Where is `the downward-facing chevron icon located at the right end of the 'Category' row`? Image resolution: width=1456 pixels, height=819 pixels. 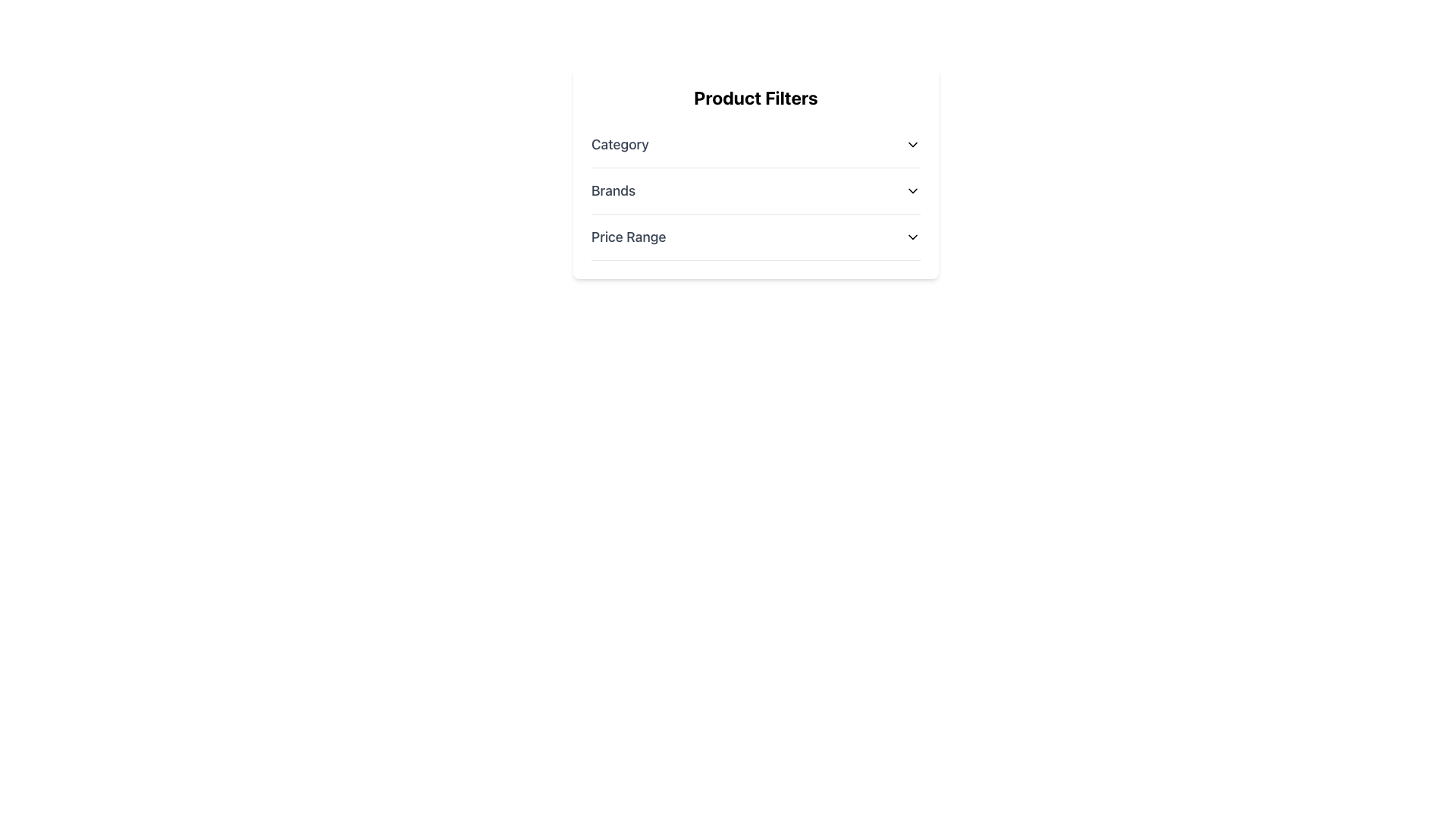 the downward-facing chevron icon located at the right end of the 'Category' row is located at coordinates (912, 145).